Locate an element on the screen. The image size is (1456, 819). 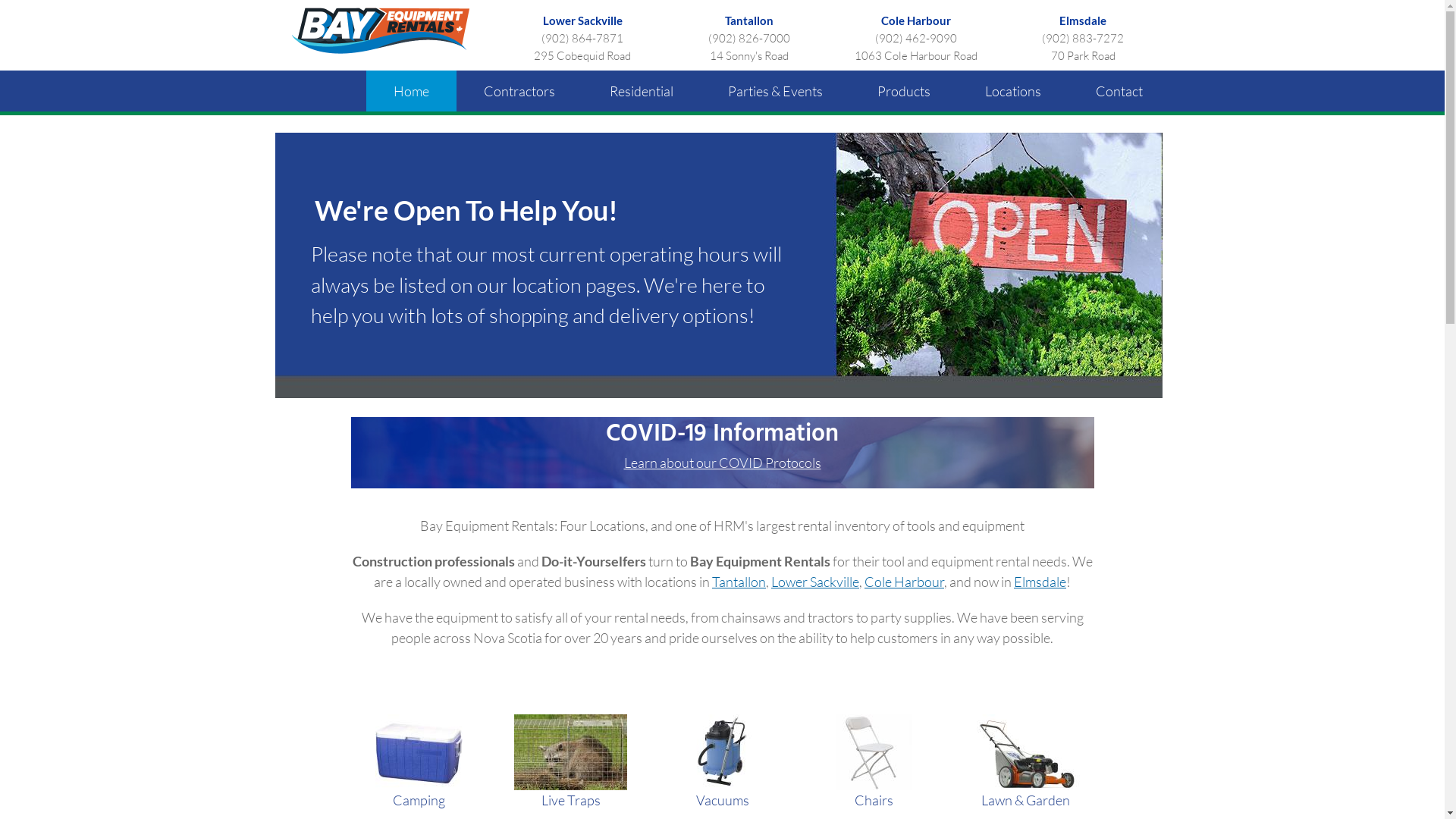
'Tantallon' is located at coordinates (739, 581).